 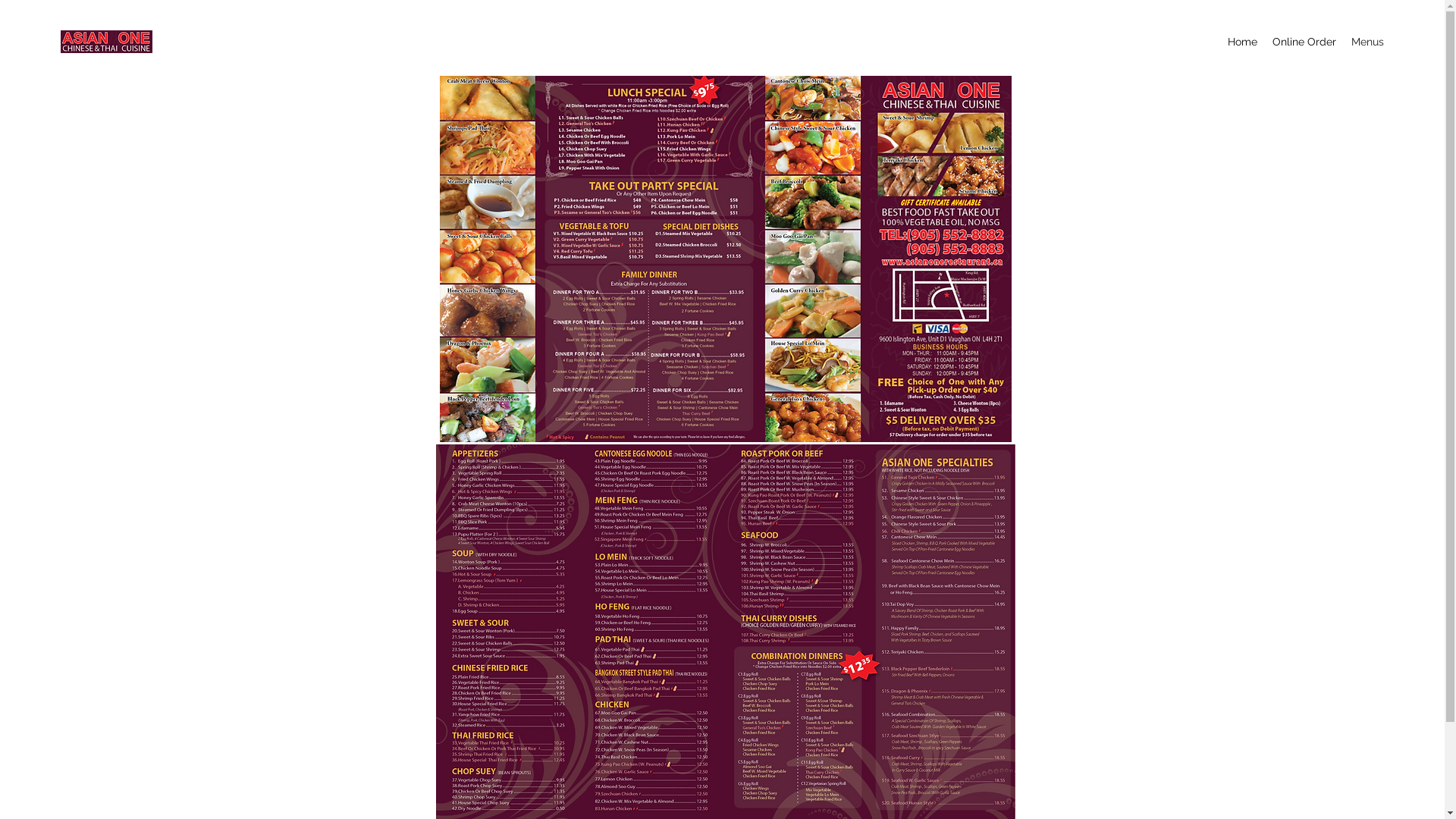 I want to click on 'Menus', so click(x=1367, y=40).